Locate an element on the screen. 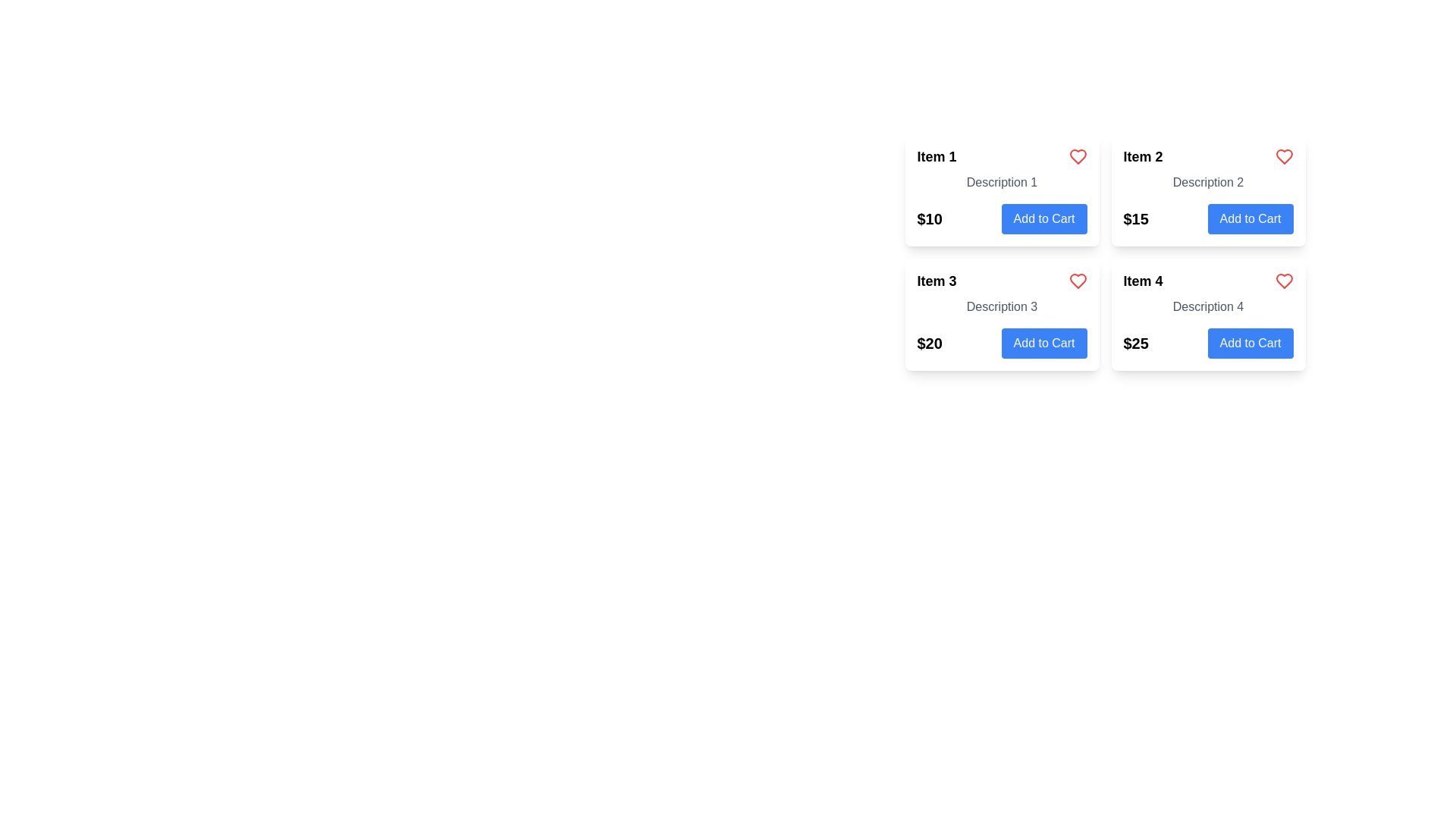 The image size is (1456, 819). the Text Label element displaying '$15' which is prominently styled and located on the left side of the 'Add to Cart' button in 'Item 2' card is located at coordinates (1136, 219).